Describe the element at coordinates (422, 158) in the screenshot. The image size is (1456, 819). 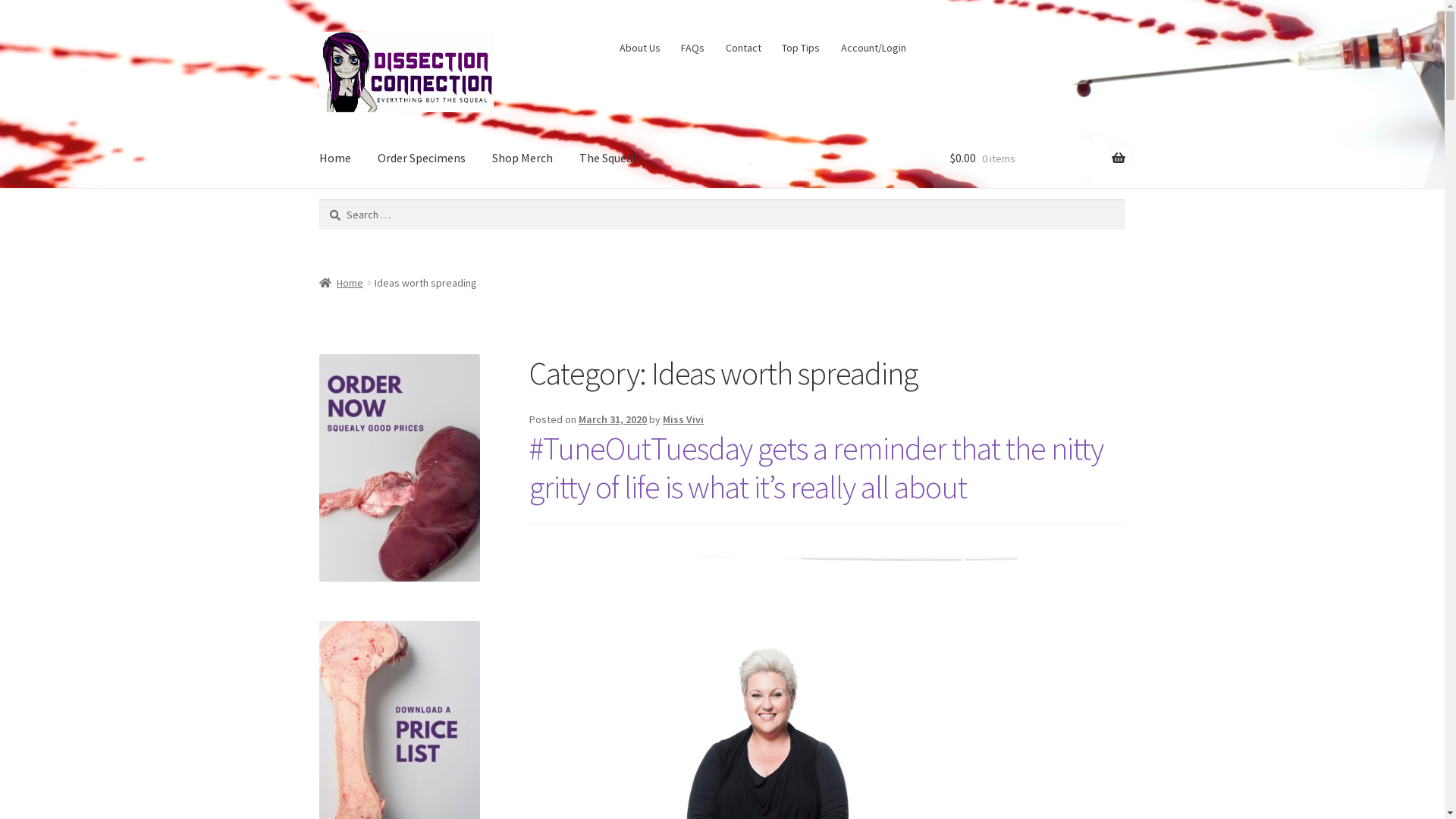
I see `'Order Specimens'` at that location.